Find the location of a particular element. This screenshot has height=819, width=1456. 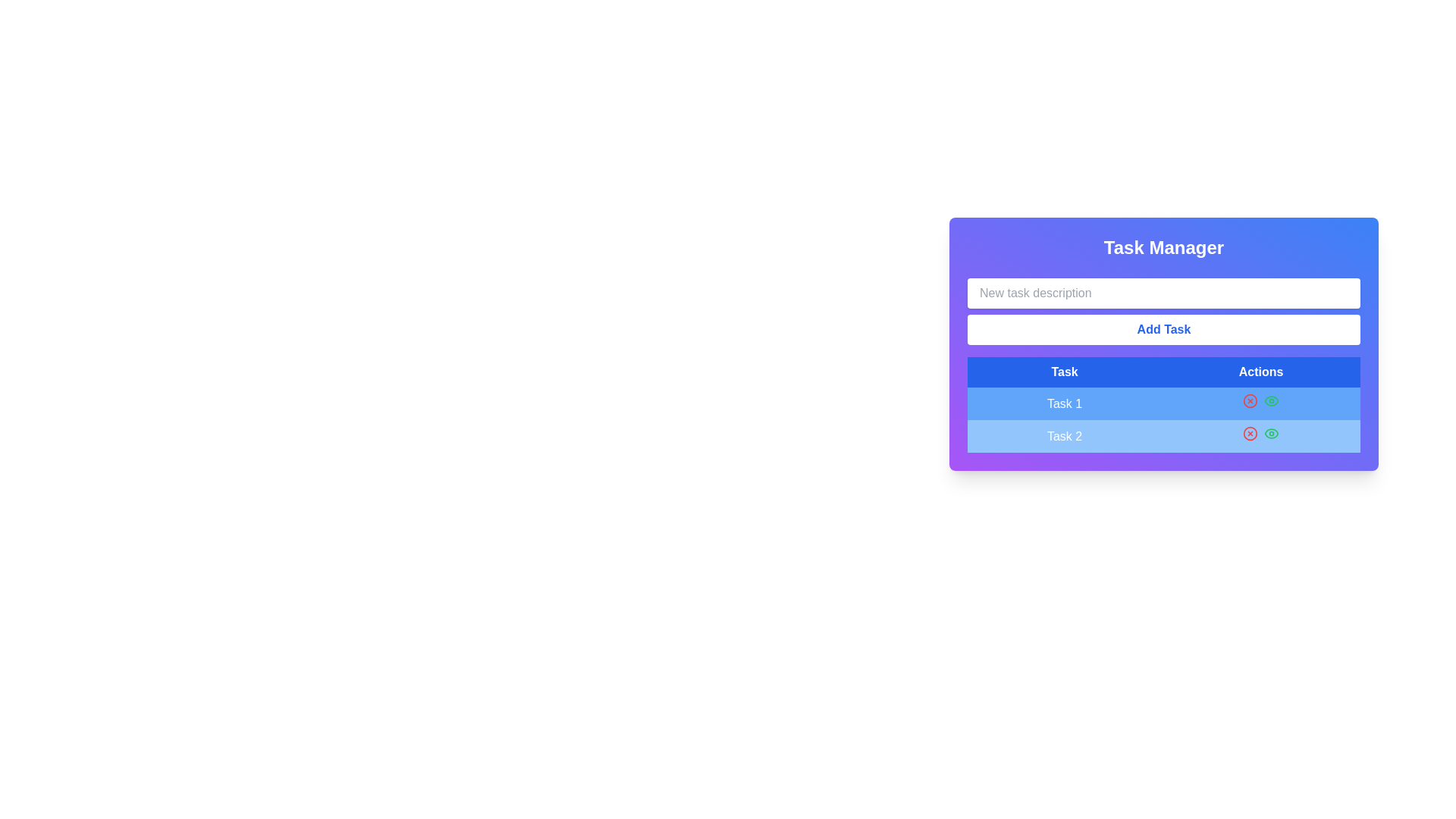

blue text label displaying 'Task 1' located in the first cell of the 'Task' column in the first row of the table is located at coordinates (1064, 403).